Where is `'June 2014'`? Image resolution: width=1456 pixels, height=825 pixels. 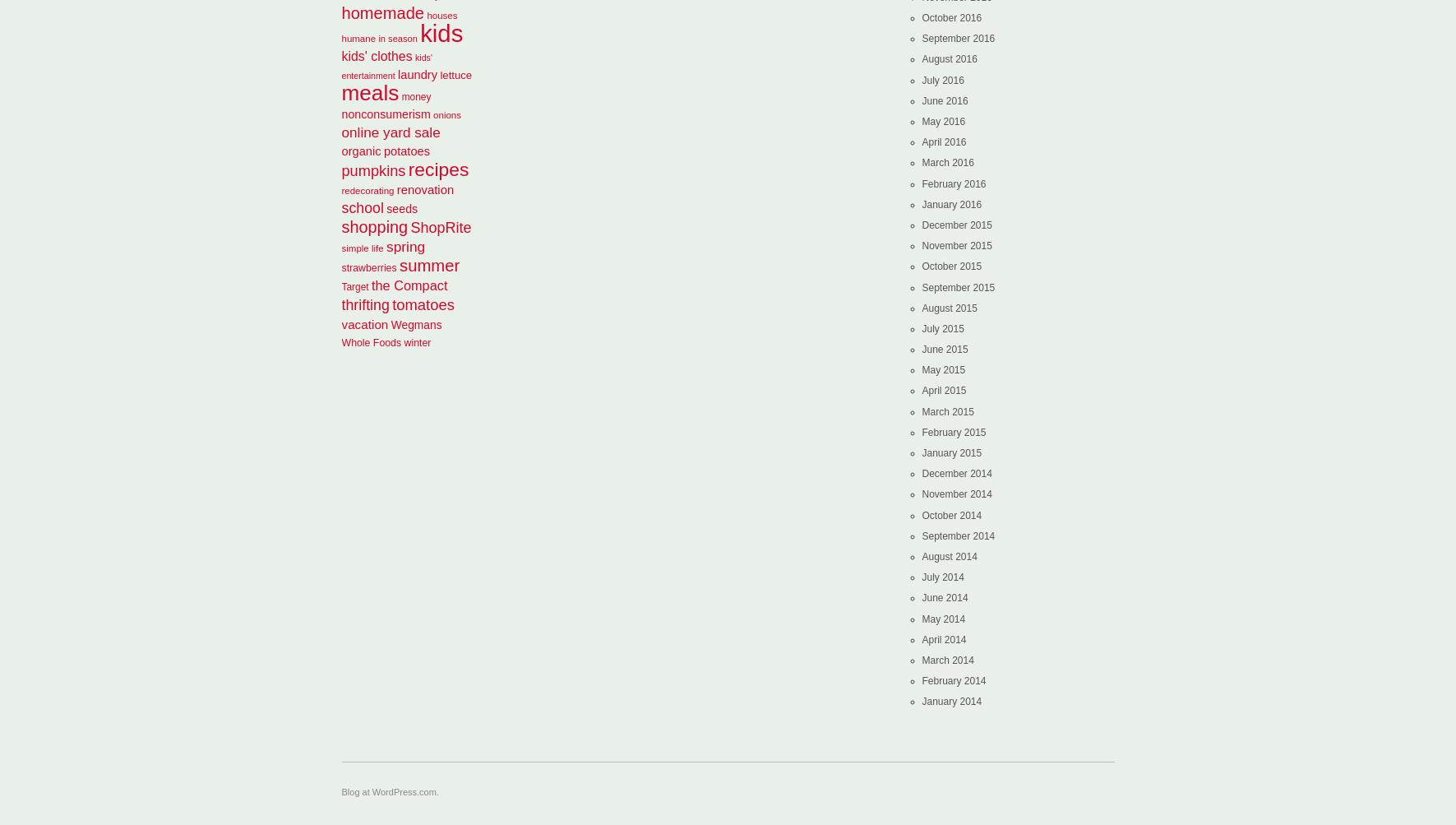
'June 2014' is located at coordinates (945, 596).